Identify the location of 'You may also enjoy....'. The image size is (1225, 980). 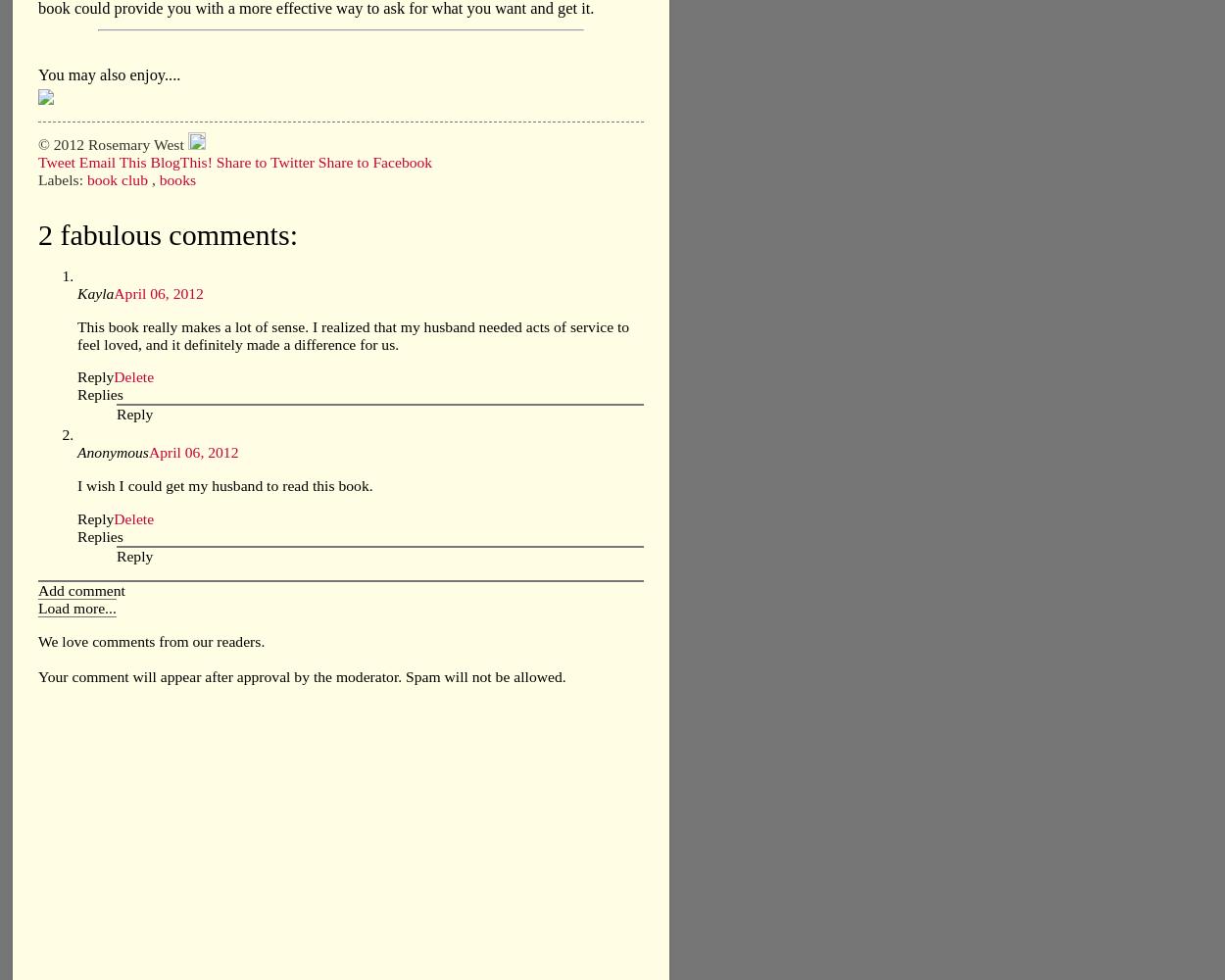
(108, 73).